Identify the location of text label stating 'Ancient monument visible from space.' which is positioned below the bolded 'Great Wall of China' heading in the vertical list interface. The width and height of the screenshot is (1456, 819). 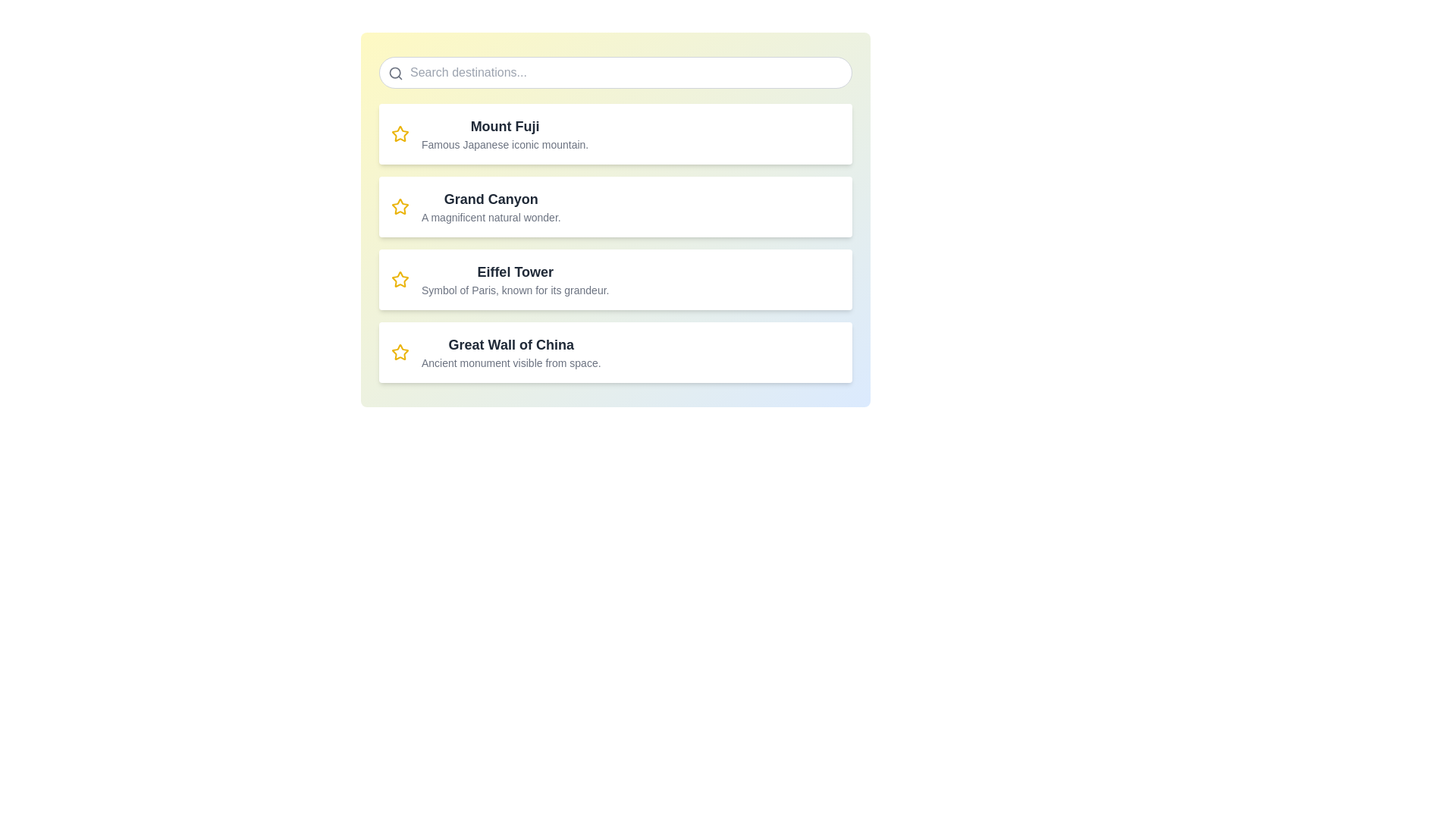
(511, 362).